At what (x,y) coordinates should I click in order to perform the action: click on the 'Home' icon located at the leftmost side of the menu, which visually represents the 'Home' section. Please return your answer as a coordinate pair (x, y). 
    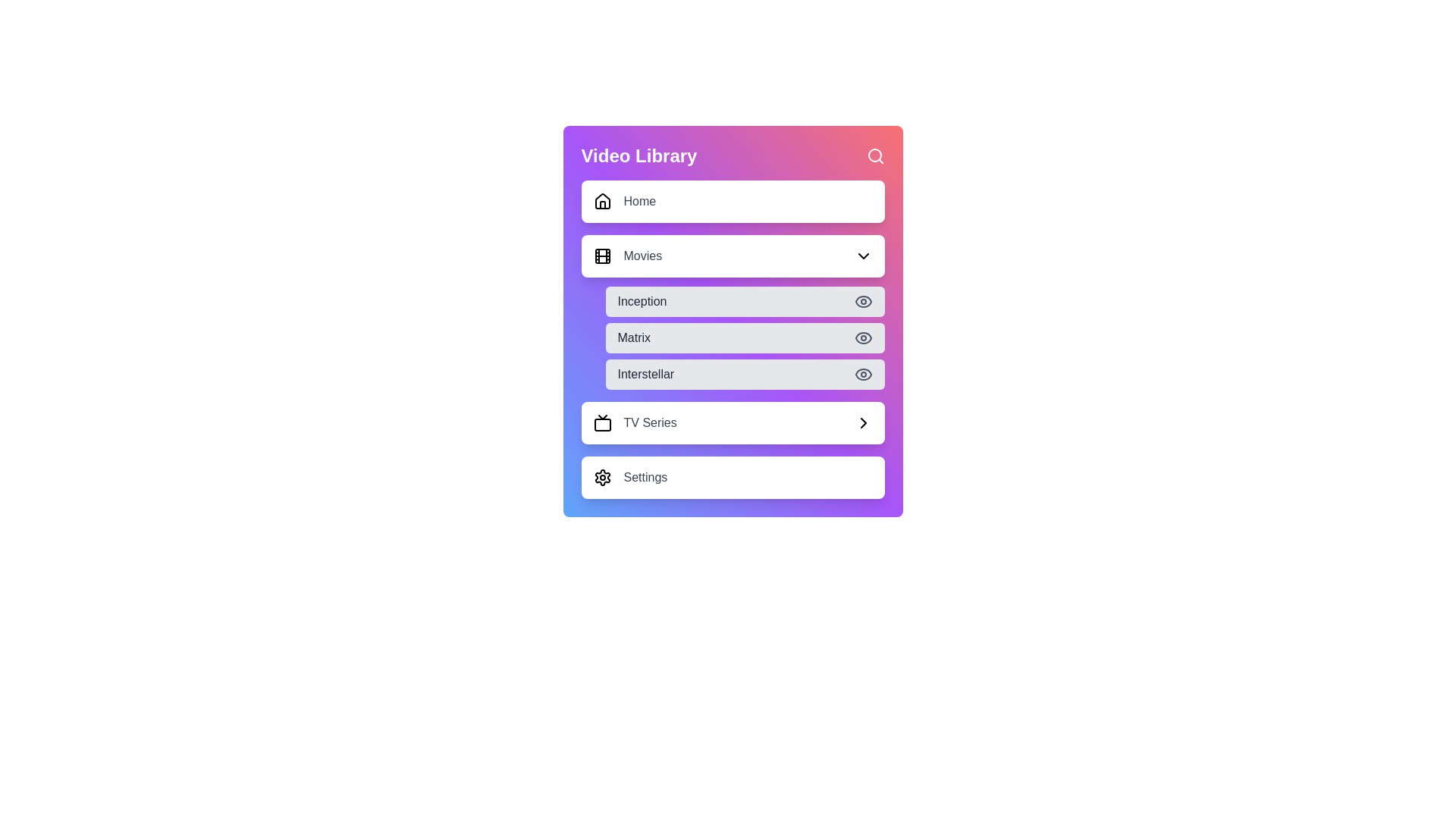
    Looking at the image, I should click on (601, 201).